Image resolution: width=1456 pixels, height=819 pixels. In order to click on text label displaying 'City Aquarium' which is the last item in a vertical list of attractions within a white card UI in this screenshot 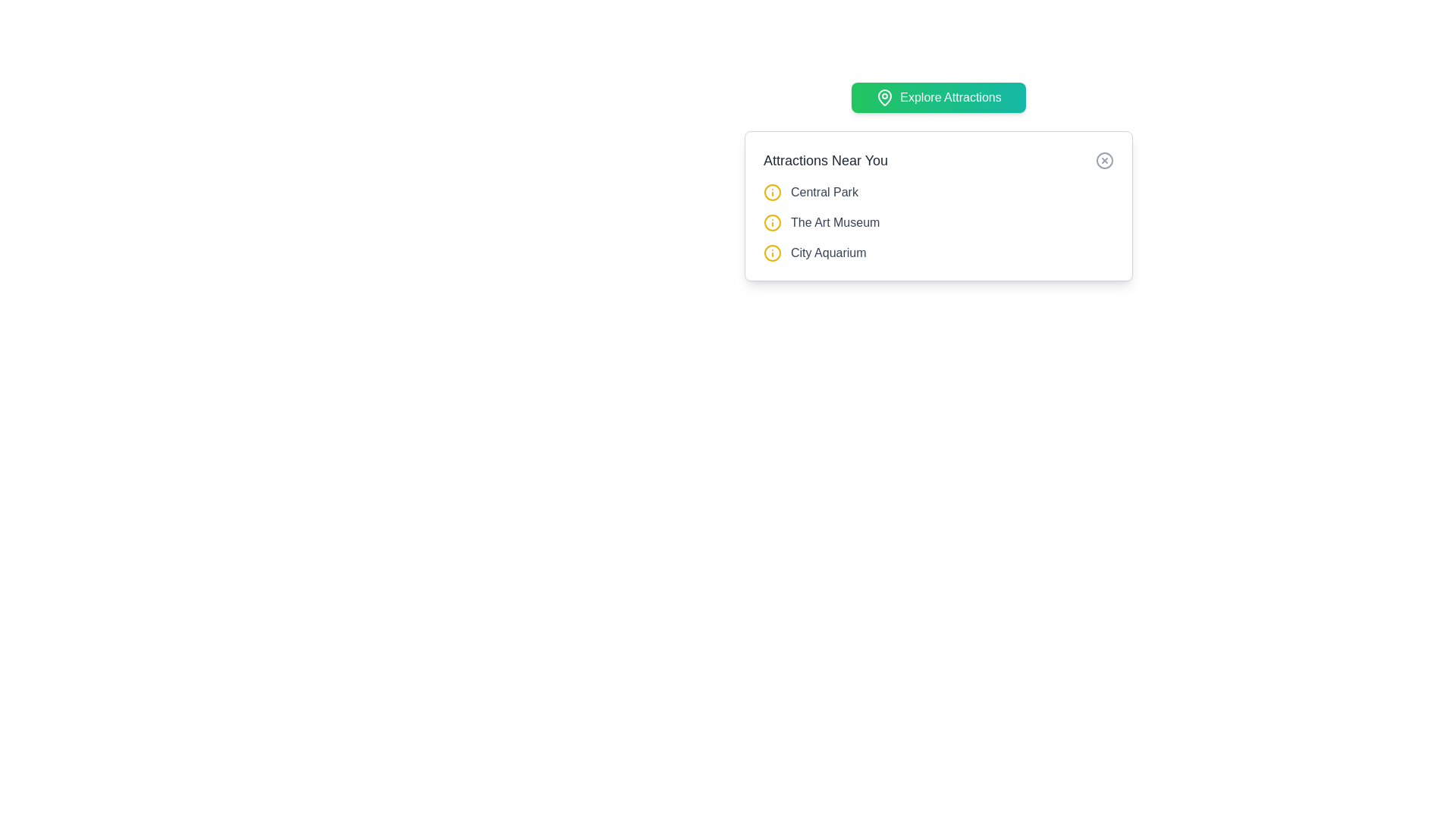, I will do `click(827, 253)`.